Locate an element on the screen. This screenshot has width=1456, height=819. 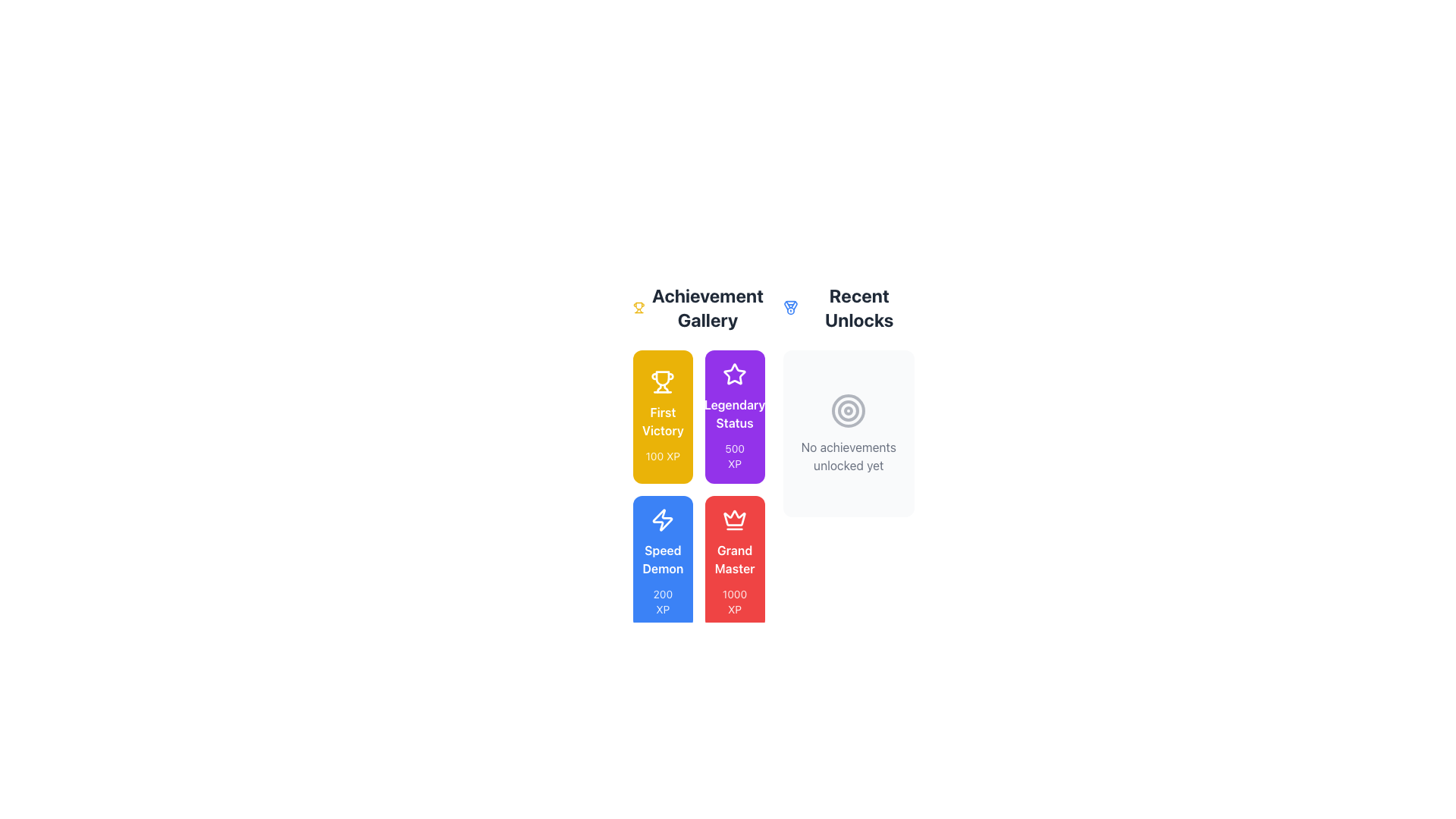
the text label displaying '200 XP' located at the bottom center of the blue card labeled 'Speed Demon' in the Achievement Gallery section is located at coordinates (663, 601).